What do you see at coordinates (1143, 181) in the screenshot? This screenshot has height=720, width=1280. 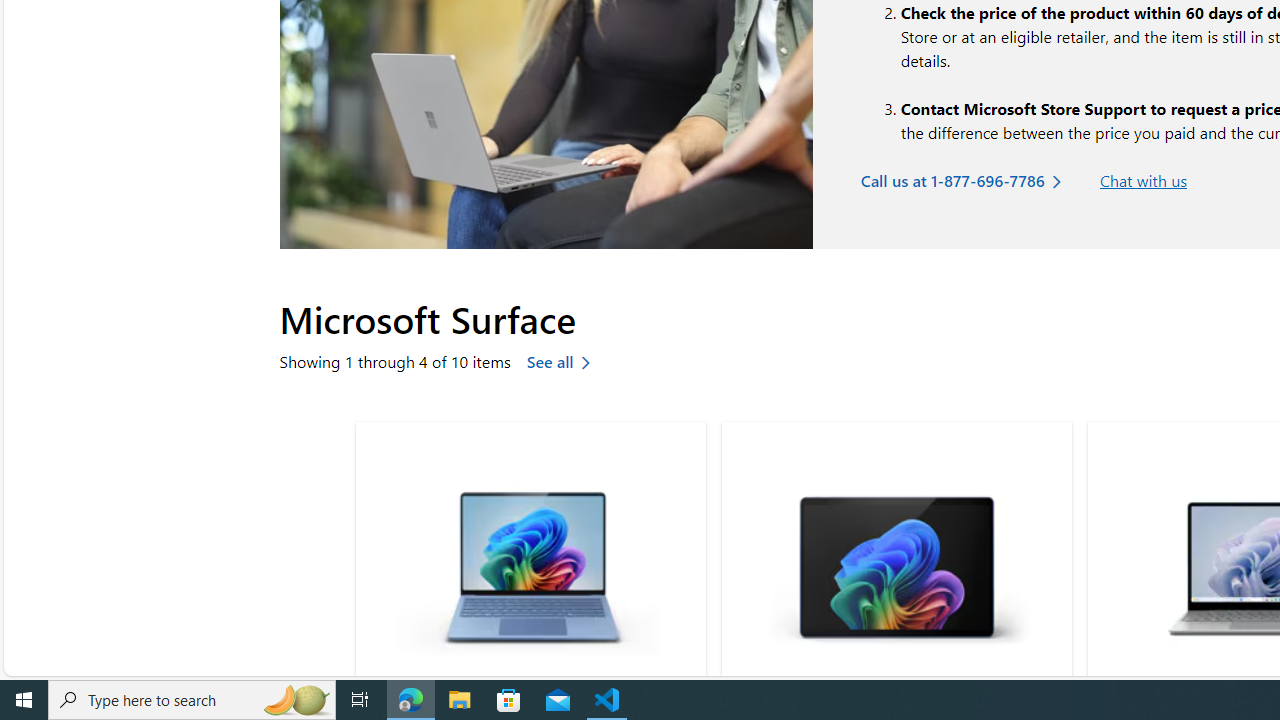 I see `'Chat with us'` at bounding box center [1143, 181].